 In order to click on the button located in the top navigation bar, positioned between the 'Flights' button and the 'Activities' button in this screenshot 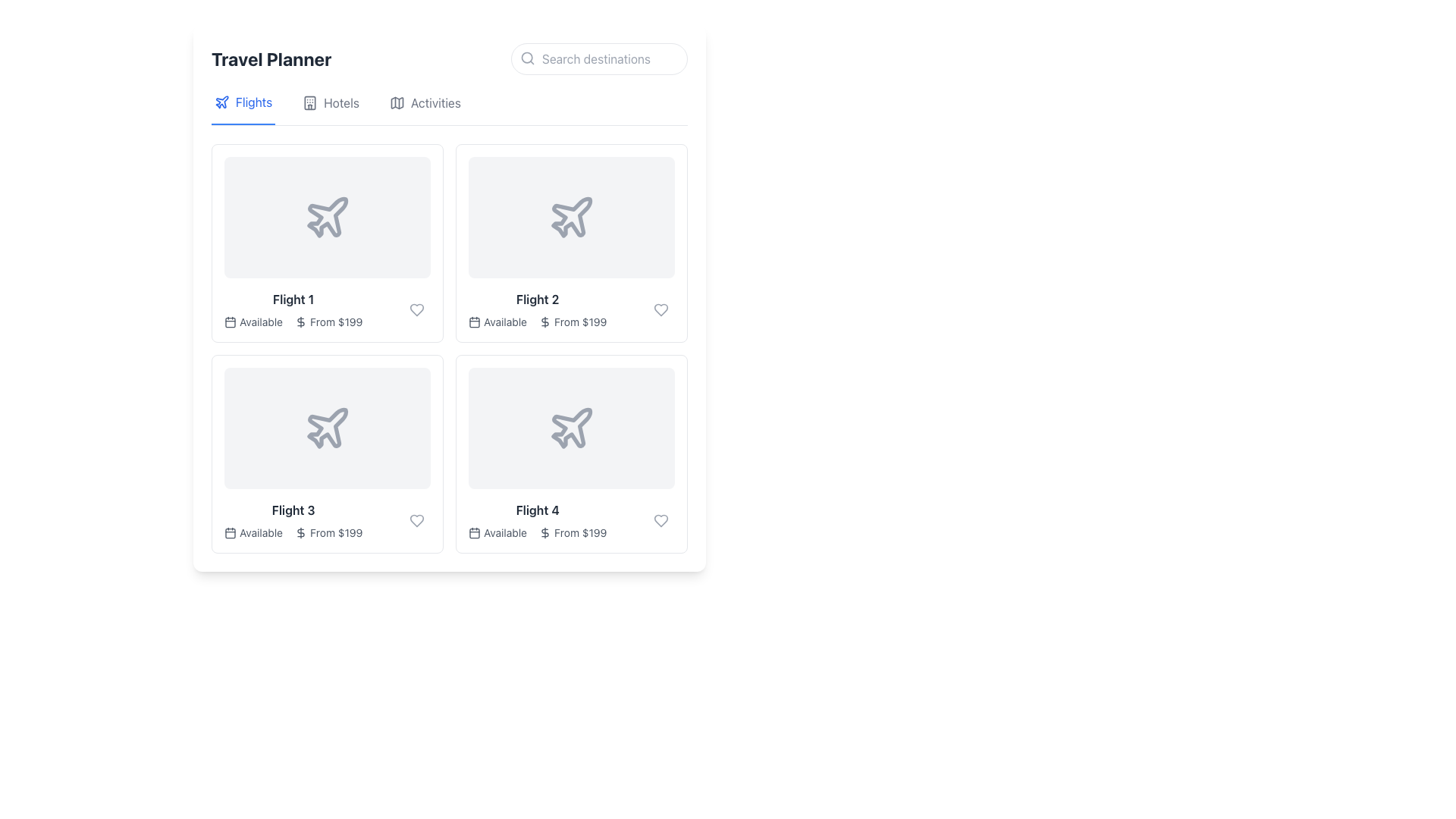, I will do `click(330, 108)`.